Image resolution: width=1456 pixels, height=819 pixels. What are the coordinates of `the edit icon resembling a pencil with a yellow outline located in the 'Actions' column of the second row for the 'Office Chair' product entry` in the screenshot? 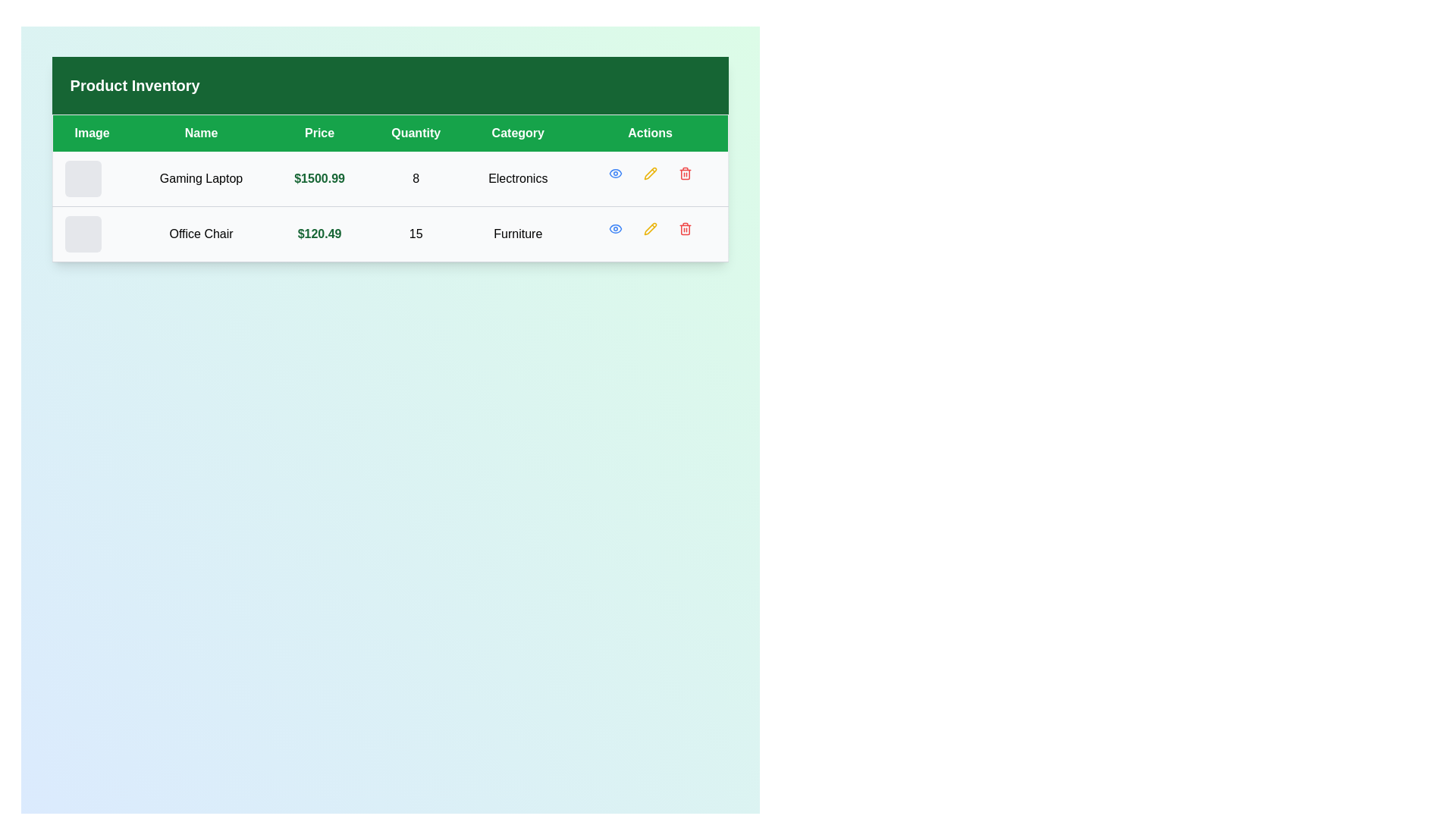 It's located at (650, 172).